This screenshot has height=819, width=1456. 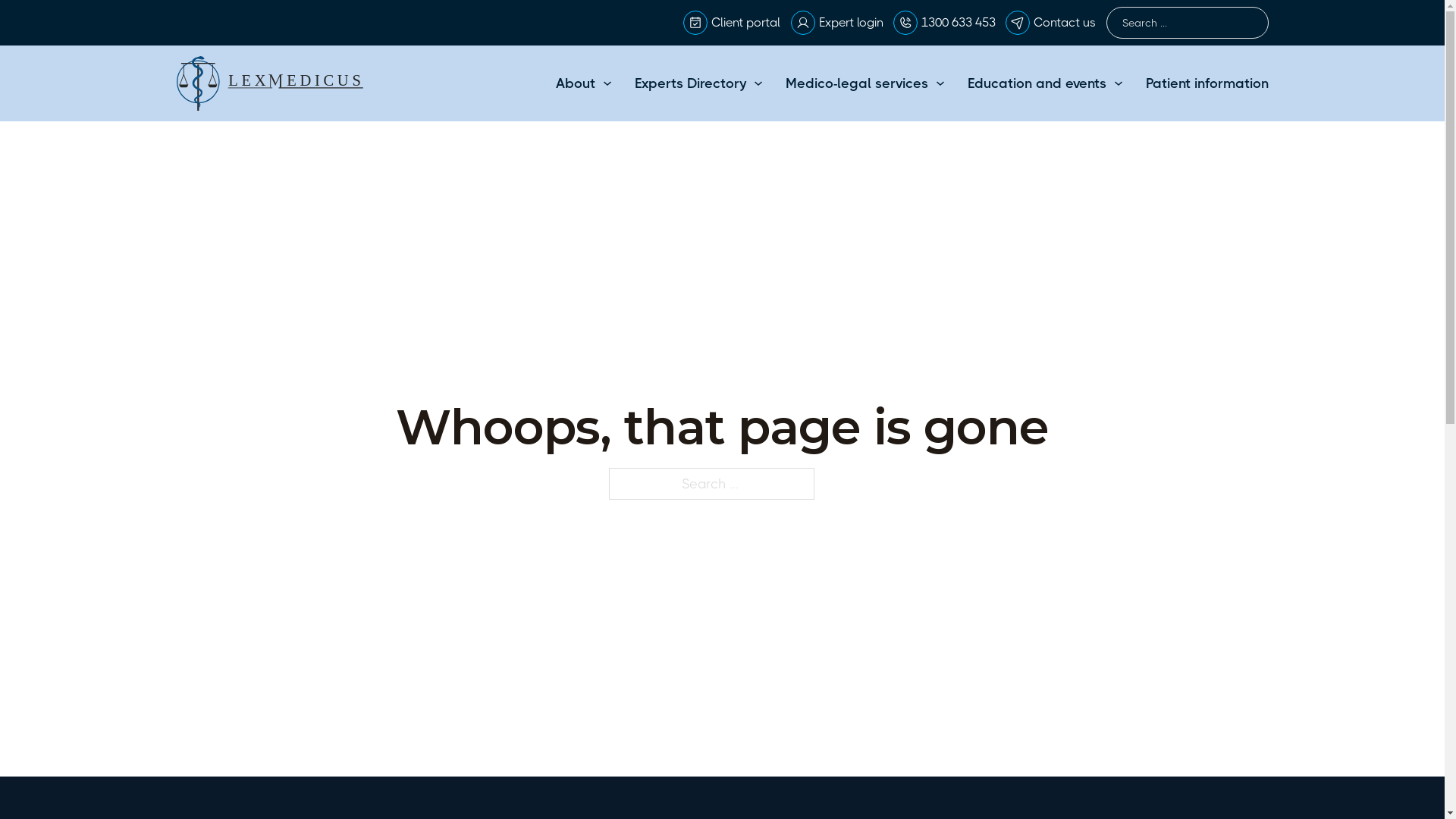 What do you see at coordinates (856, 83) in the screenshot?
I see `'Medico-legal services'` at bounding box center [856, 83].